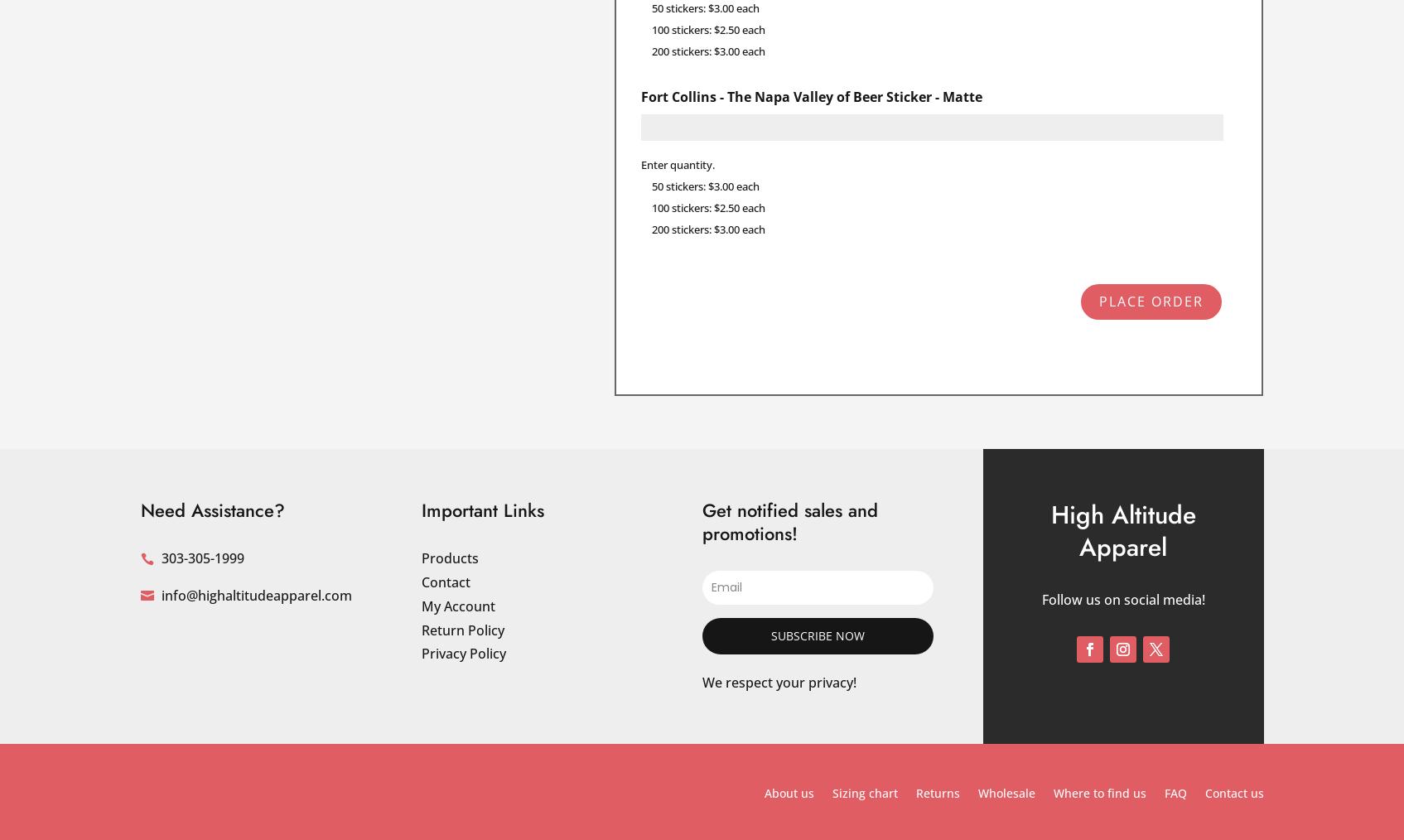  I want to click on 'Important Links', so click(482, 509).